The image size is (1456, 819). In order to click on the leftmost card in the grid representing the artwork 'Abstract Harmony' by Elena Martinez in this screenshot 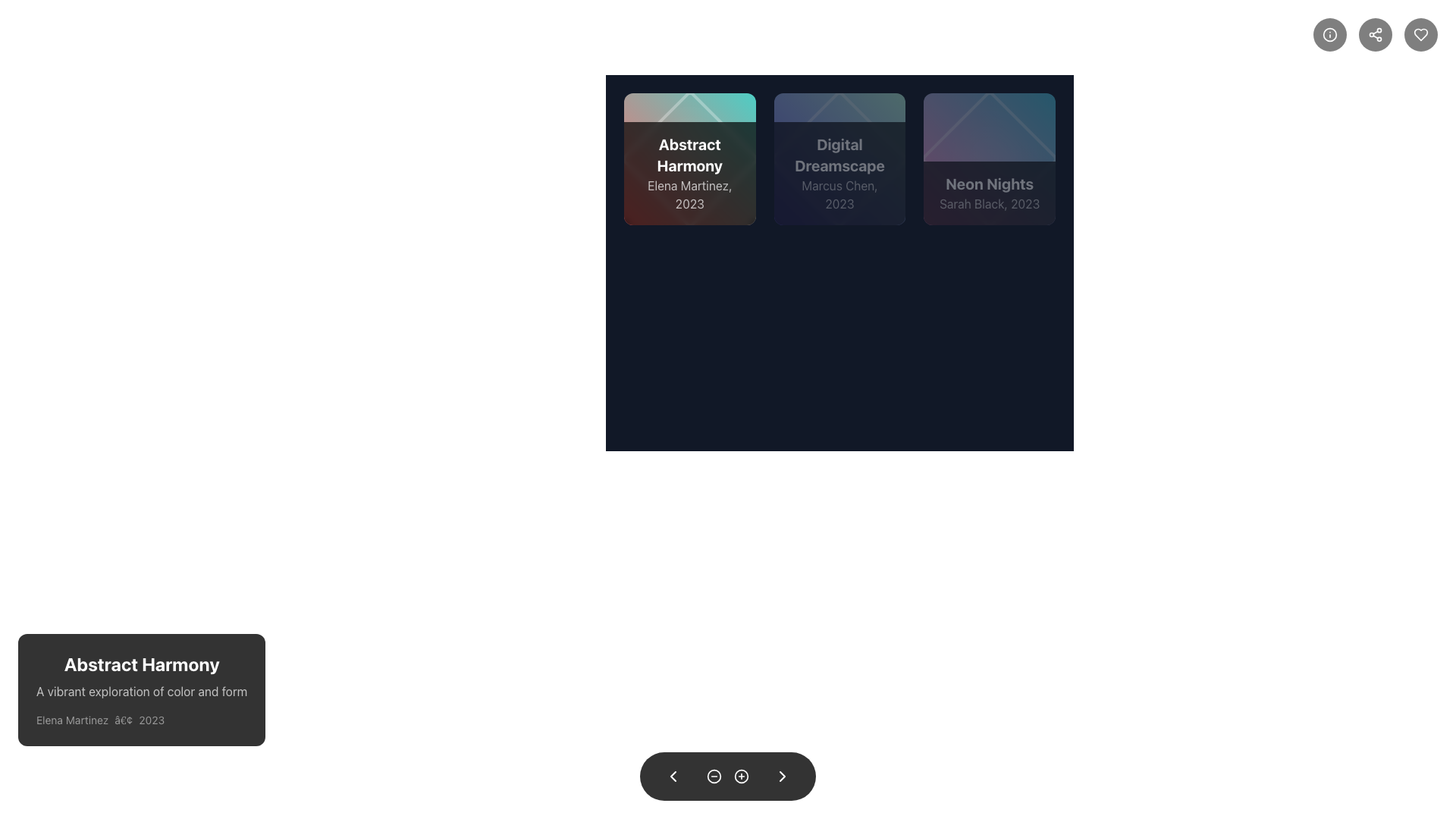, I will do `click(689, 158)`.